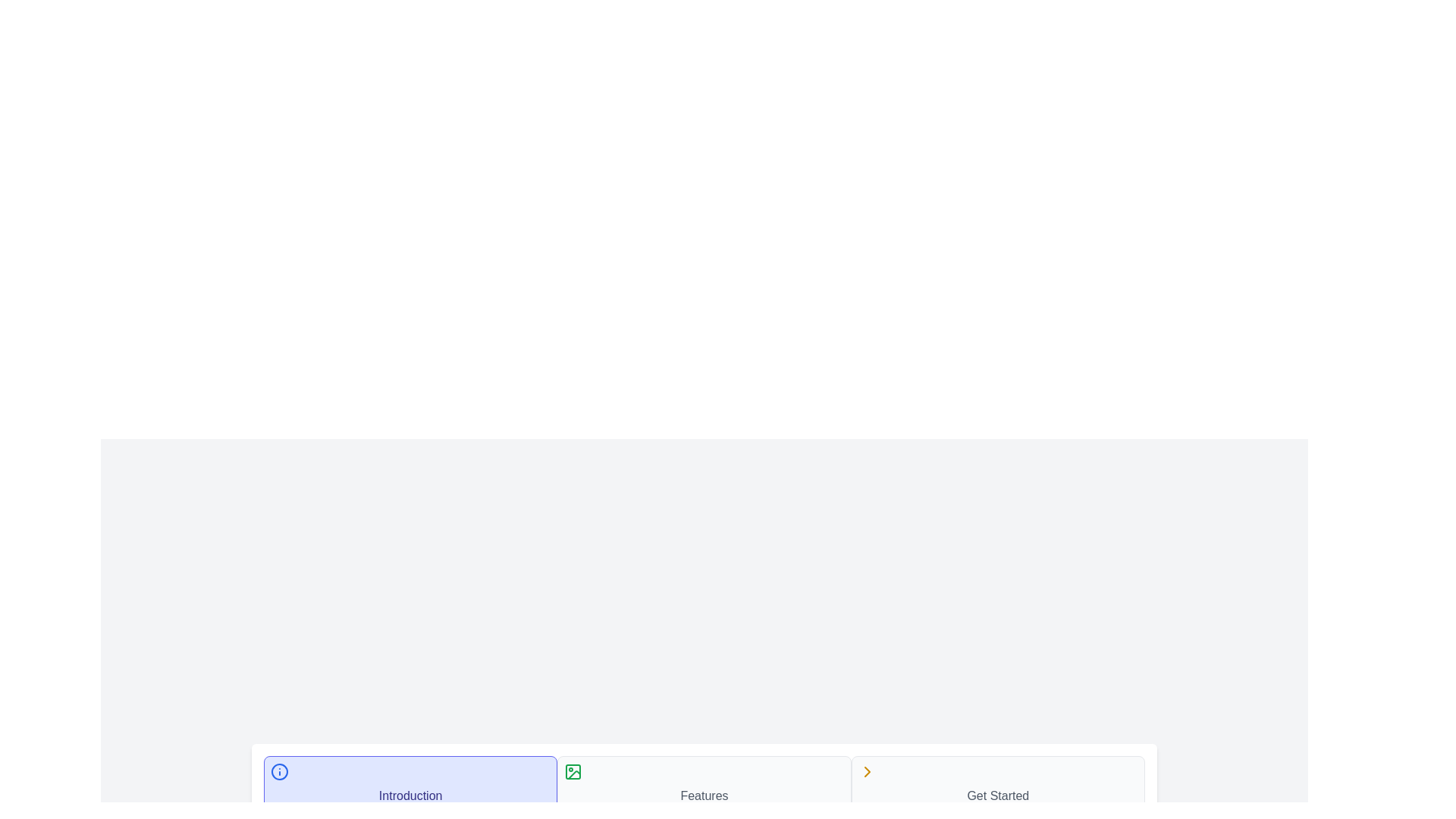 The height and width of the screenshot is (819, 1456). I want to click on the step labeled Features to focus on it, so click(703, 783).